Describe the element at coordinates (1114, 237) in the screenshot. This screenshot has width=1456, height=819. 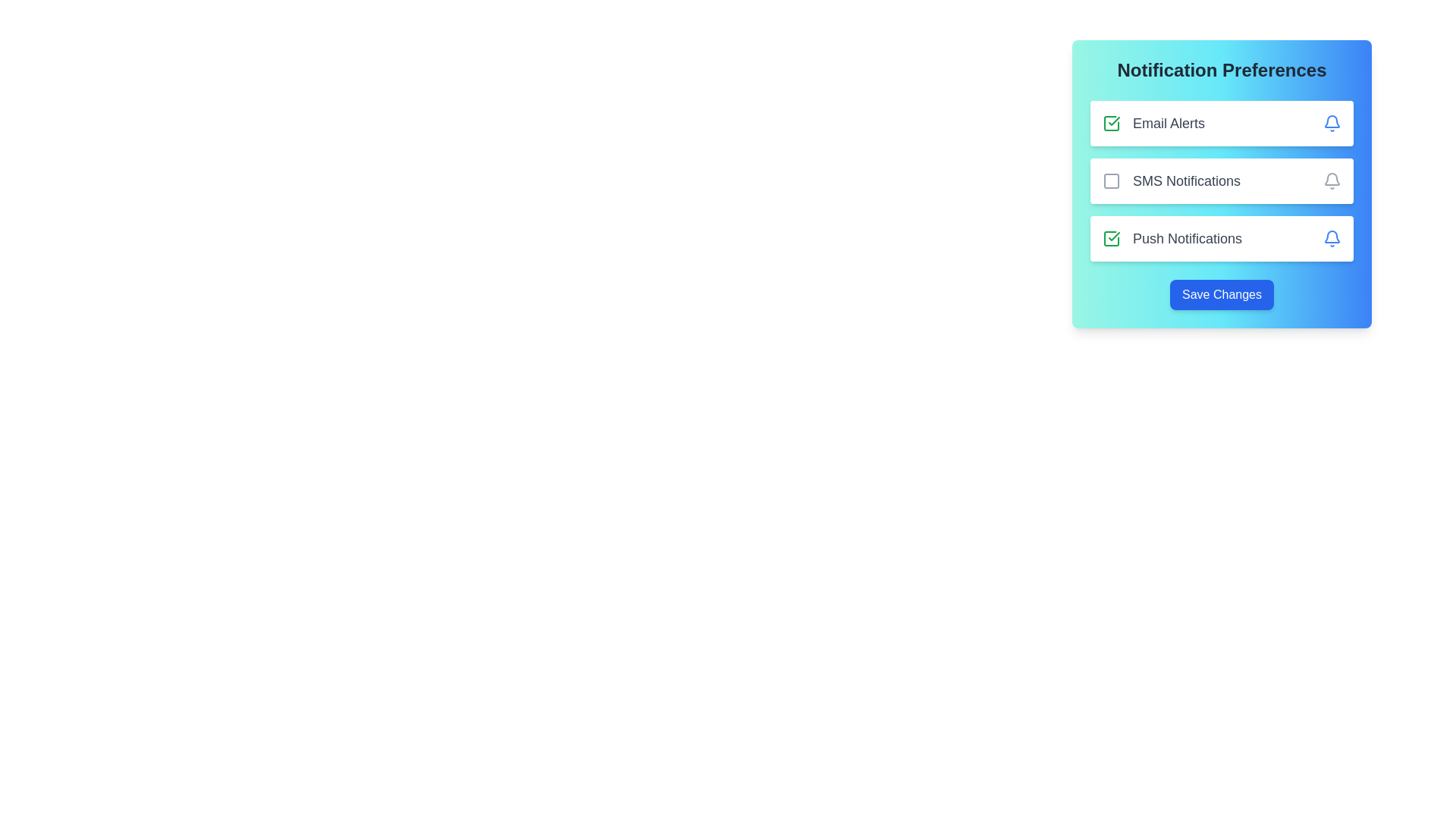
I see `the visual confirmation indicator for the 'Push Notifications' option, which is styled with the 'text-green-600' class within the Notification Preferences UI box` at that location.